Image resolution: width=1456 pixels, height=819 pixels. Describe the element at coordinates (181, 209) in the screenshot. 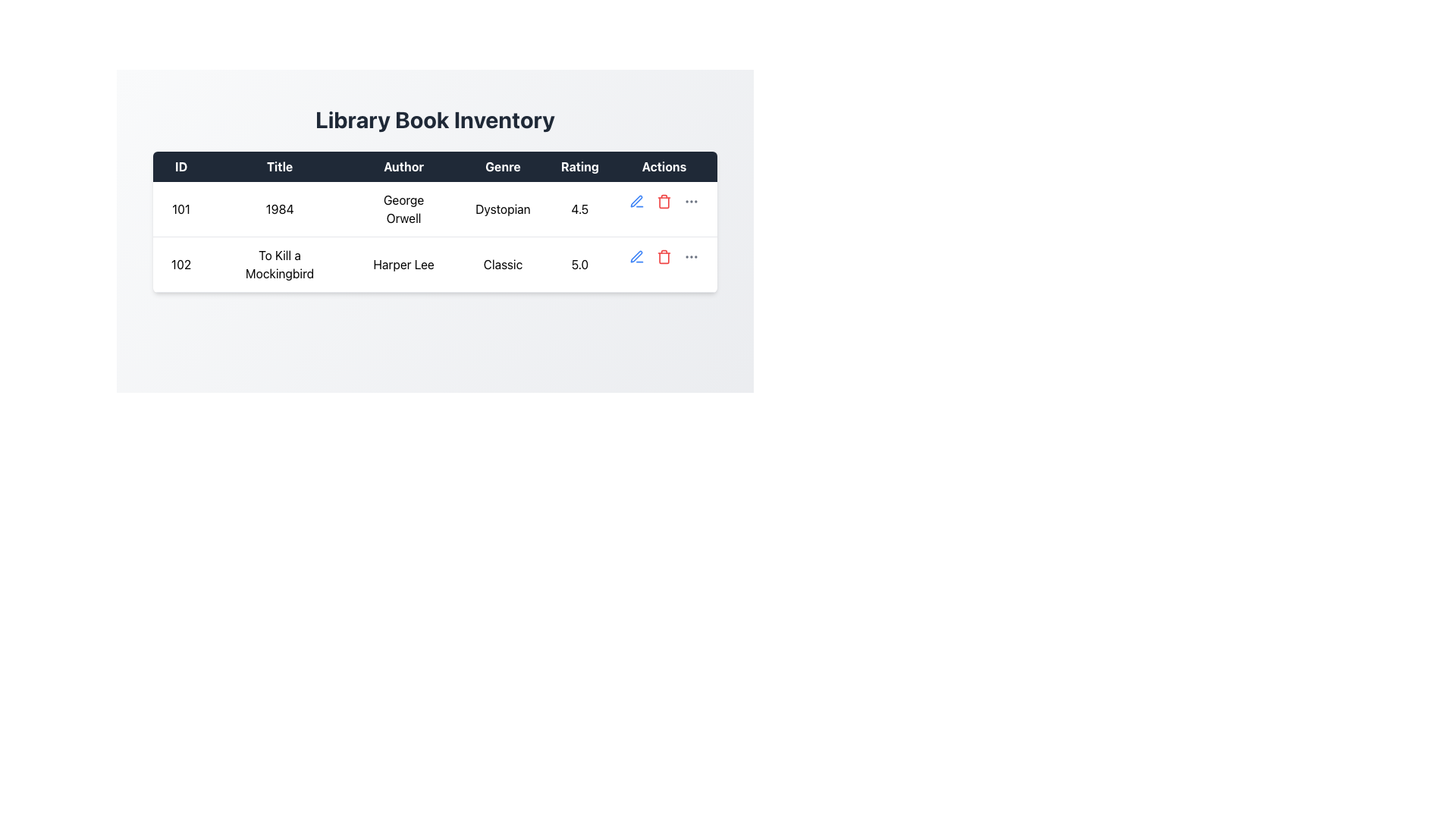

I see `the Table Cell displaying the numeric identifier '101' in bold typography located in the first column of the first row under the 'ID' header` at that location.